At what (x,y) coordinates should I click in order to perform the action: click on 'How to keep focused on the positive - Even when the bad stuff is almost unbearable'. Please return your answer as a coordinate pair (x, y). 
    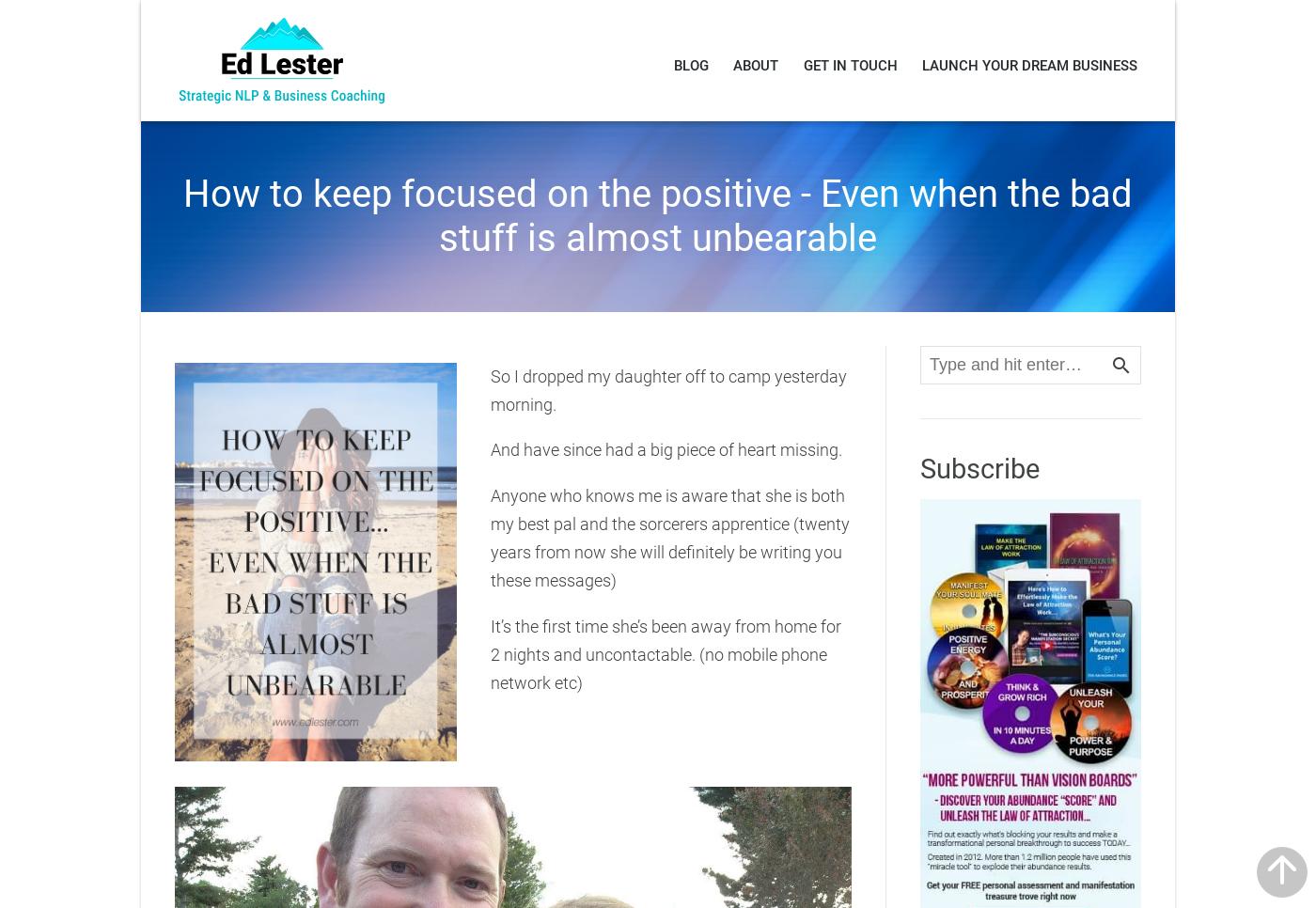
    Looking at the image, I should click on (658, 214).